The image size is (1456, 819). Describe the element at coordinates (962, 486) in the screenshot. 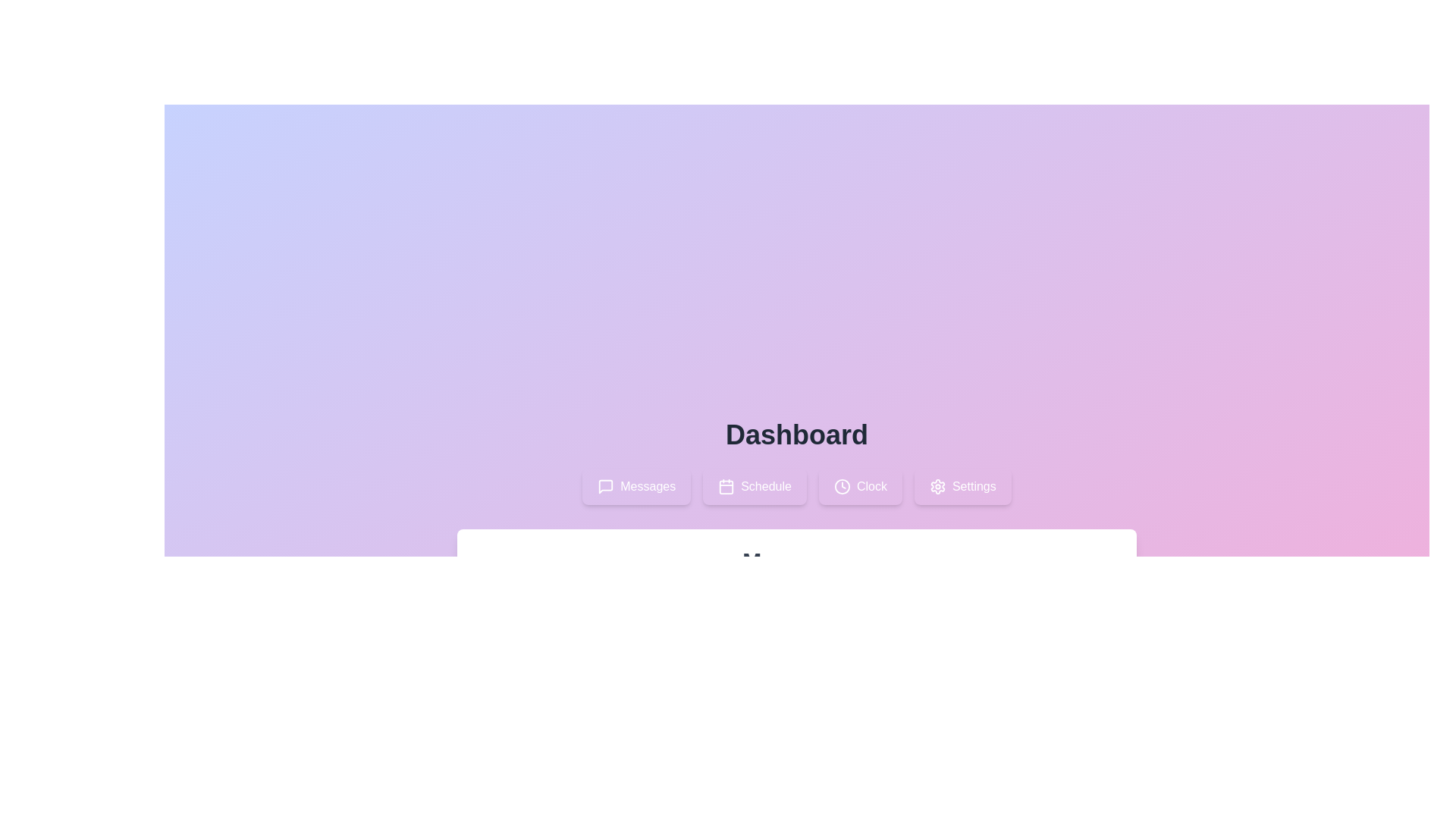

I see `the Settings tab by clicking on it` at that location.